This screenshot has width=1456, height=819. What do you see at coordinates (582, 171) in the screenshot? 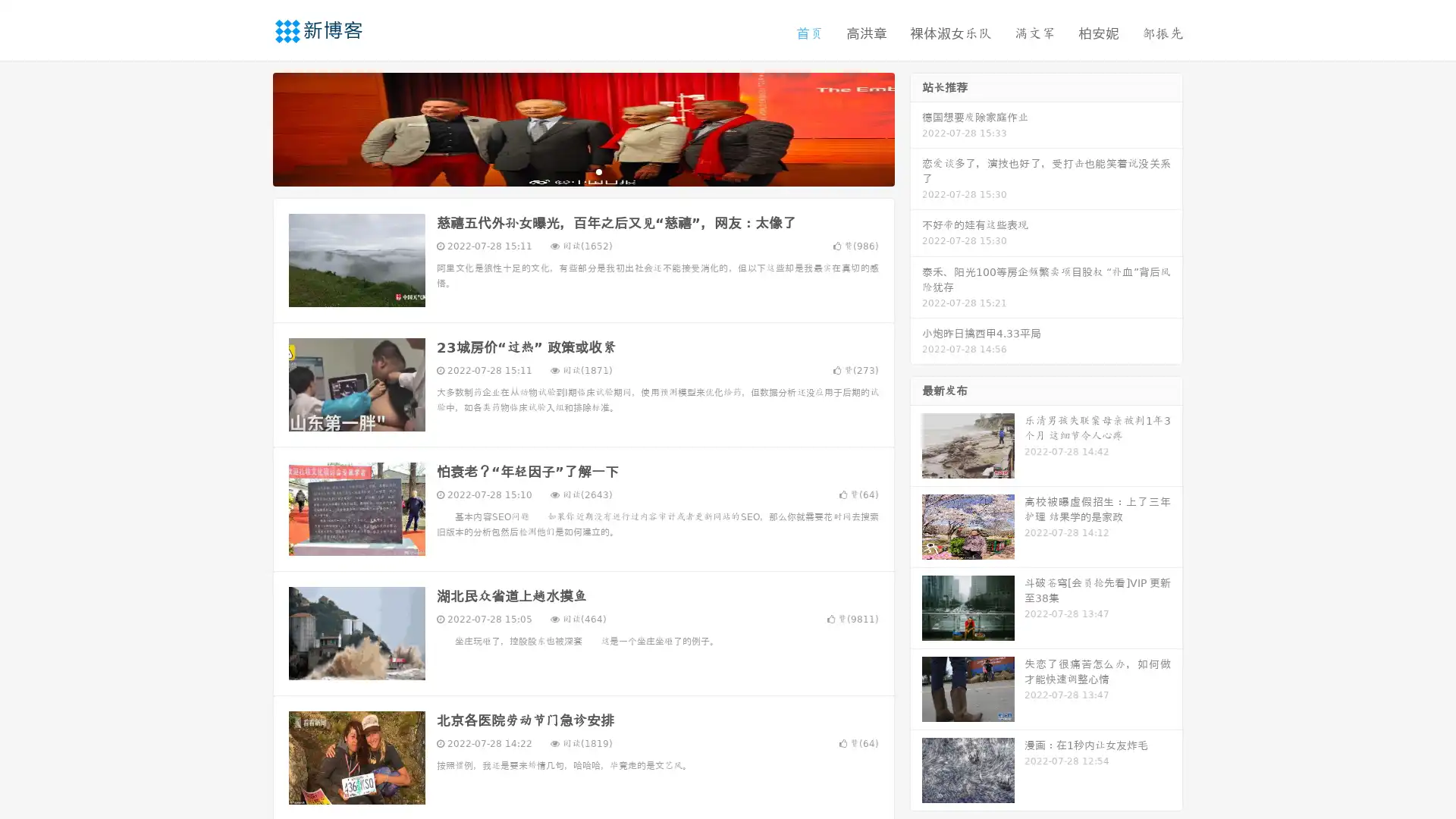
I see `Go to slide 2` at bounding box center [582, 171].